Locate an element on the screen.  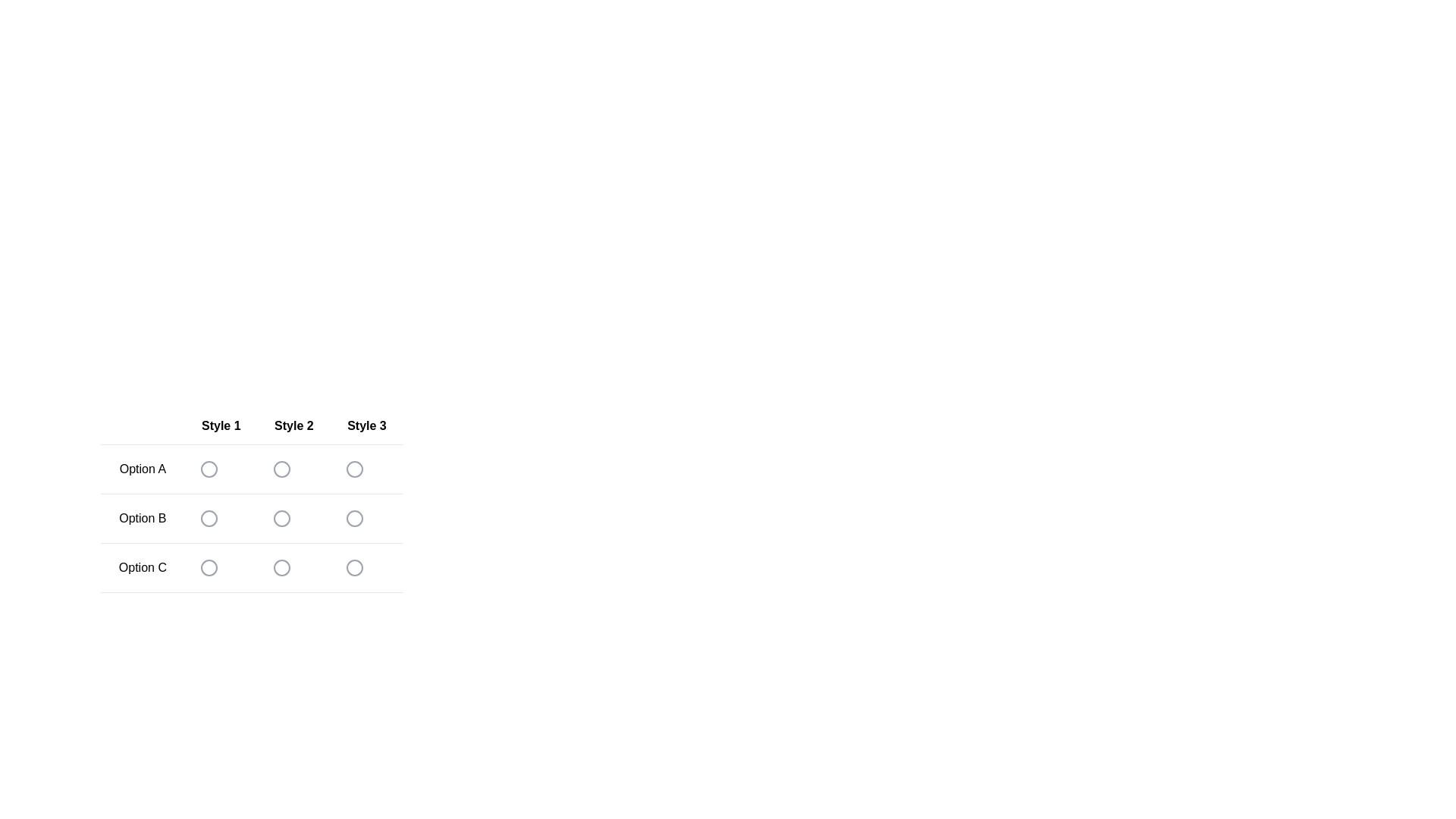
accessibility features of the 'Style 3' radio button located in the first row ('Option A') and third column of the table layout by clicking on it is located at coordinates (353, 468).